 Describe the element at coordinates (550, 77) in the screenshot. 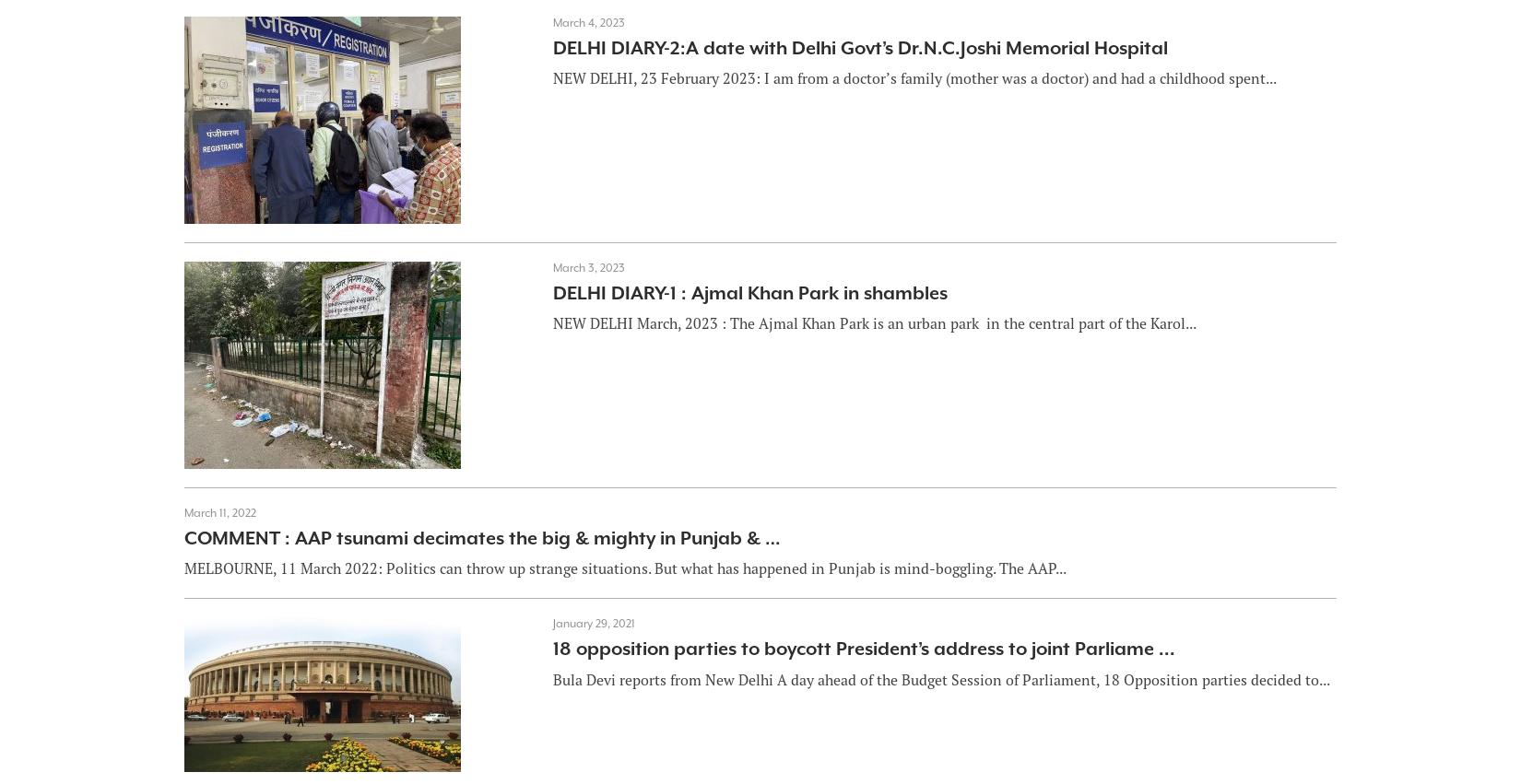

I see `'NEW DELHI, 23 February 2023: I am from a doctor’s family (mother was a doctor) and had a childhood spent...'` at that location.